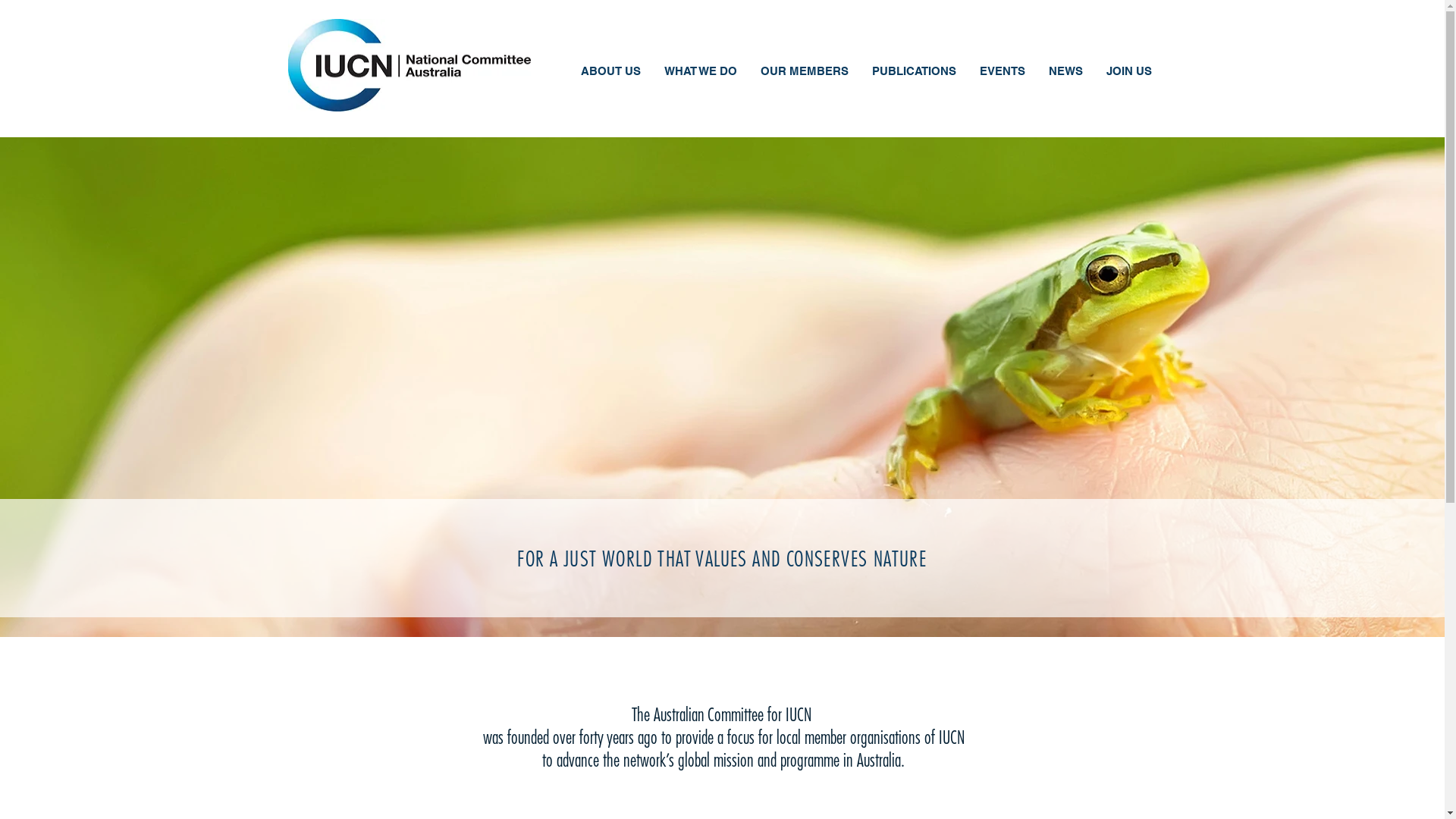 The height and width of the screenshot is (819, 1456). I want to click on 'PUBLICATIONS', so click(859, 72).